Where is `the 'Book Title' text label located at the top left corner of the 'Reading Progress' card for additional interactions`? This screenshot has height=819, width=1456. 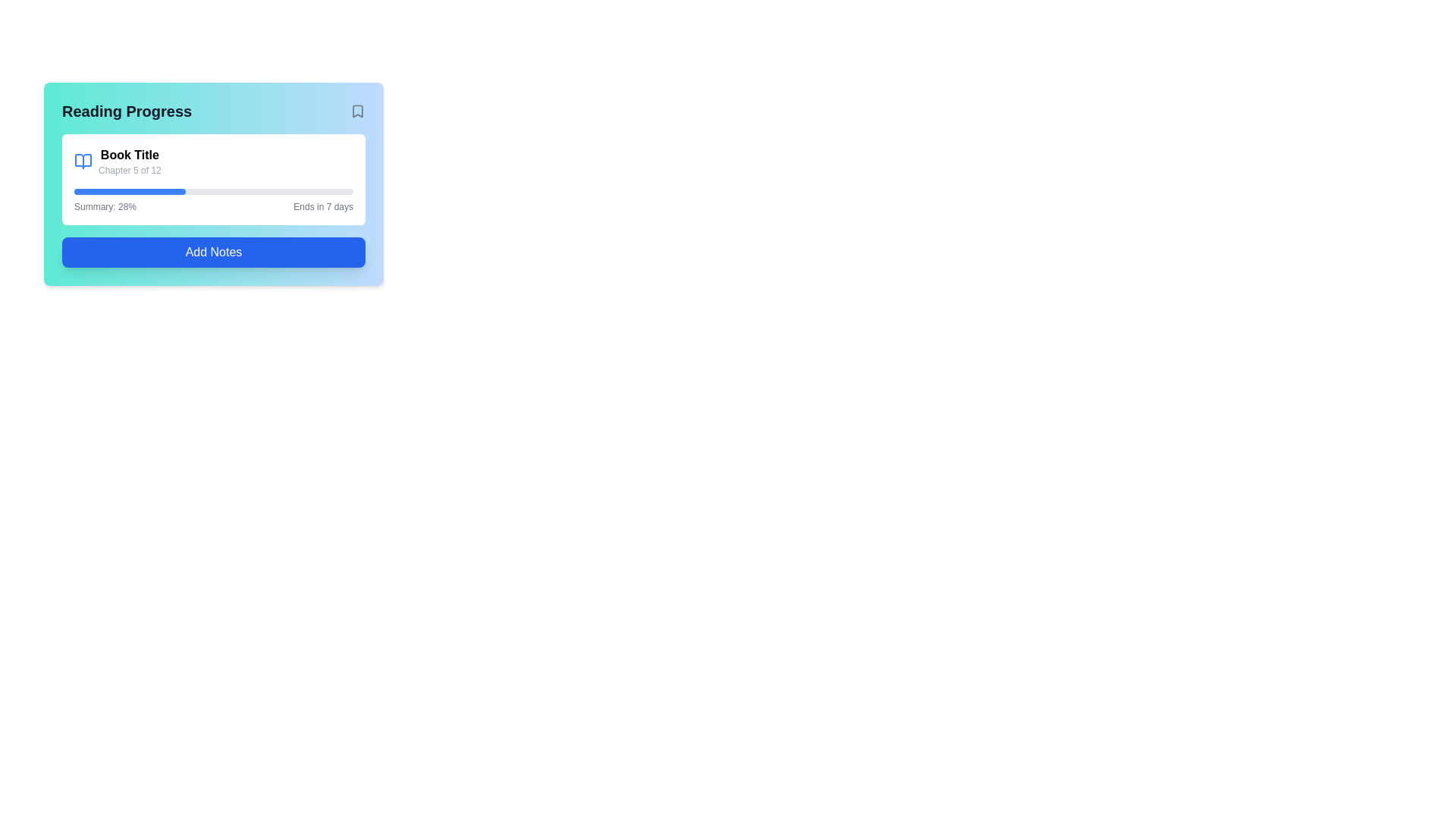
the 'Book Title' text label located at the top left corner of the 'Reading Progress' card for additional interactions is located at coordinates (130, 155).